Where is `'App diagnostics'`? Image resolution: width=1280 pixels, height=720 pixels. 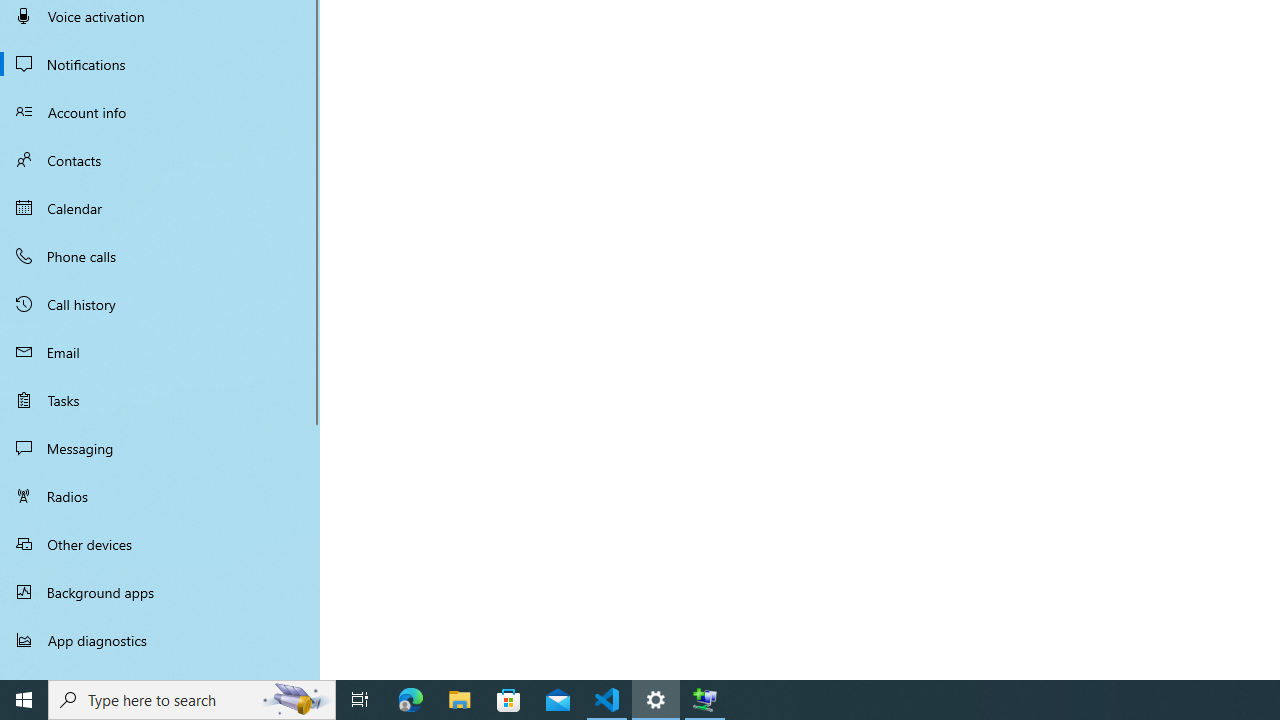
'App diagnostics' is located at coordinates (160, 640).